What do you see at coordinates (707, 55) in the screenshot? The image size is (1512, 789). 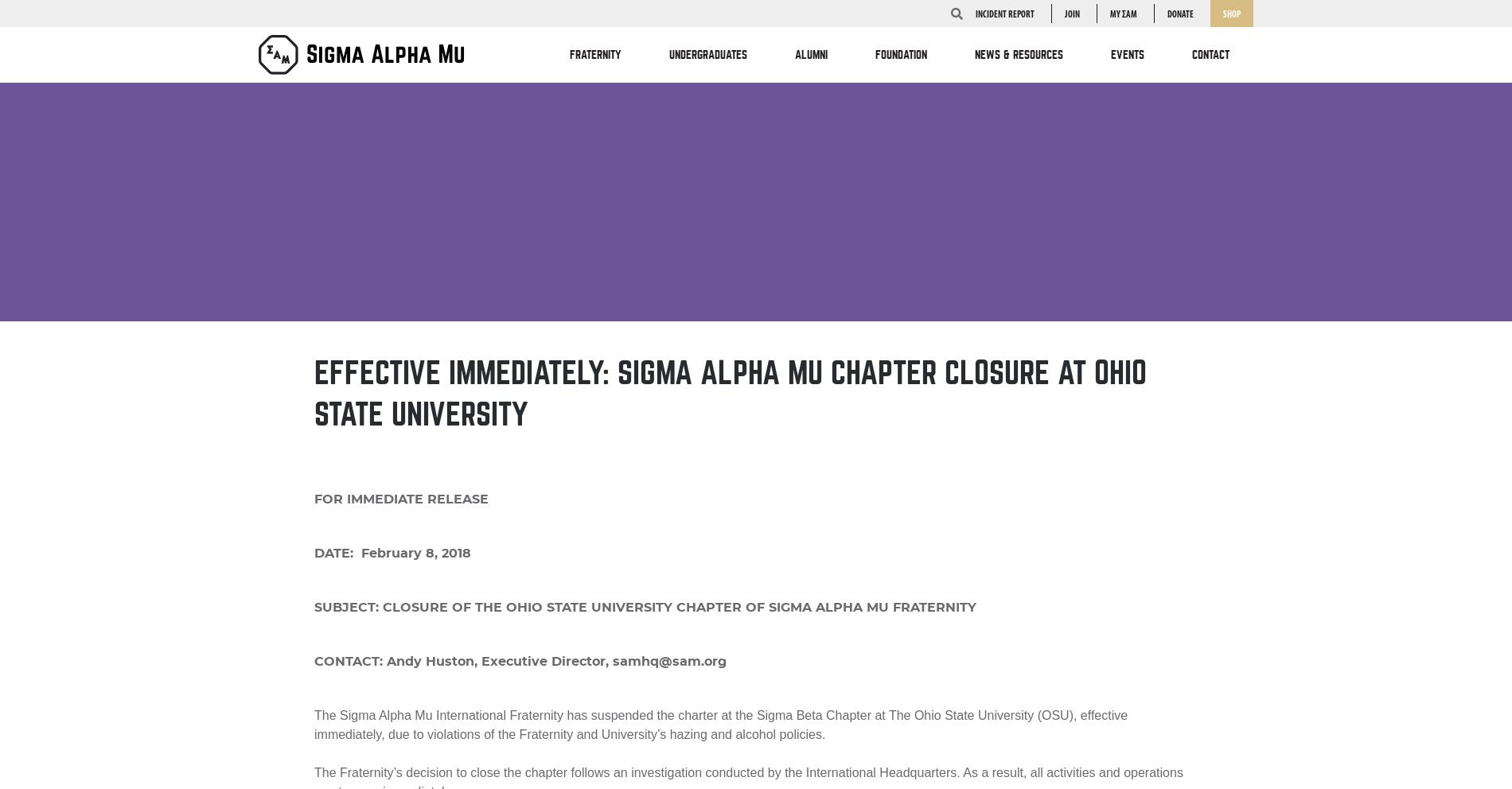 I see `'Undergraduates'` at bounding box center [707, 55].